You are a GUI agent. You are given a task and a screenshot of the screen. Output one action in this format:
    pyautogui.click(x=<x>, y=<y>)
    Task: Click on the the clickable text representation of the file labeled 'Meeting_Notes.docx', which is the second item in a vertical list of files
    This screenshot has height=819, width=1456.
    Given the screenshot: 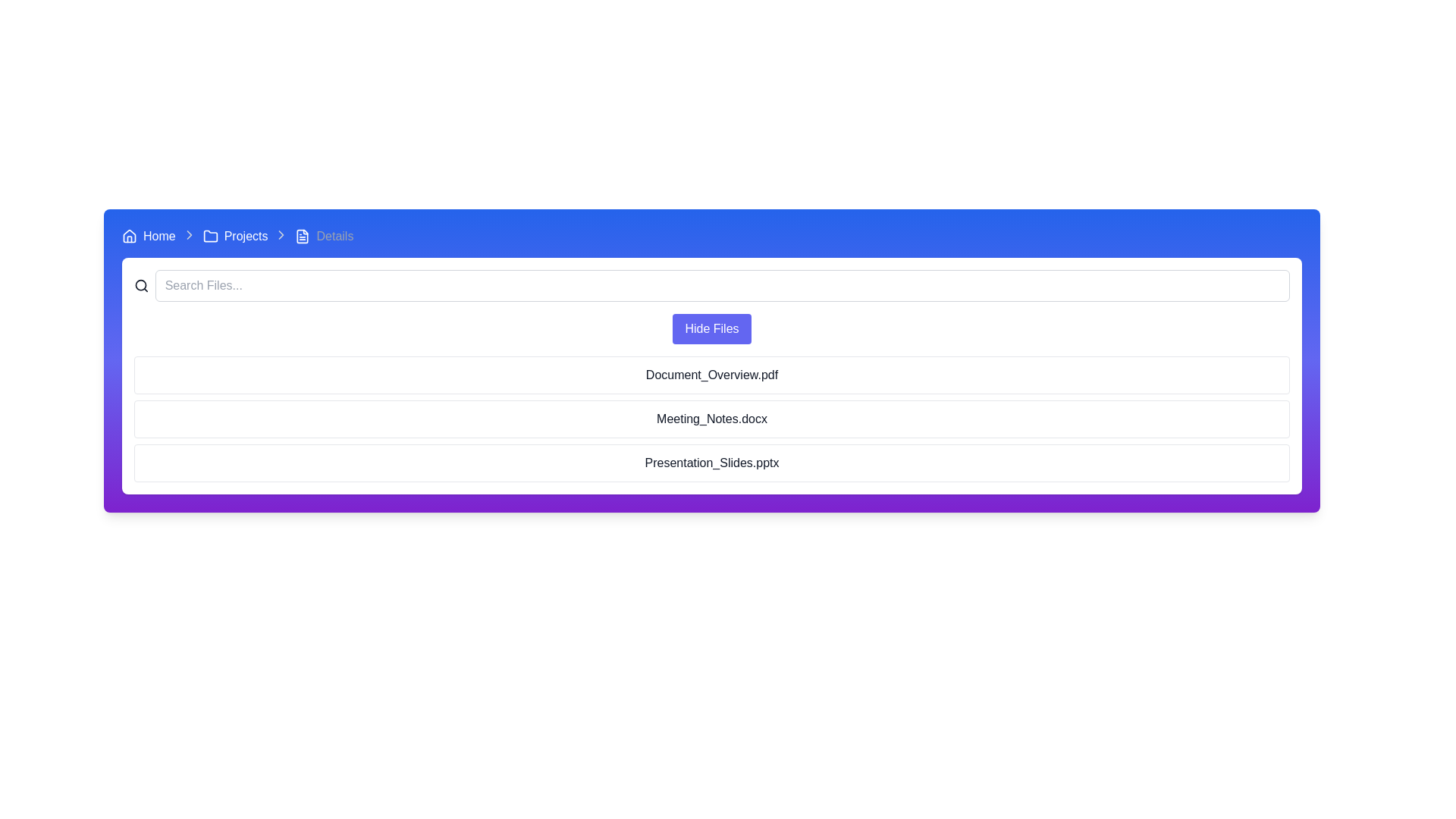 What is the action you would take?
    pyautogui.click(x=711, y=419)
    